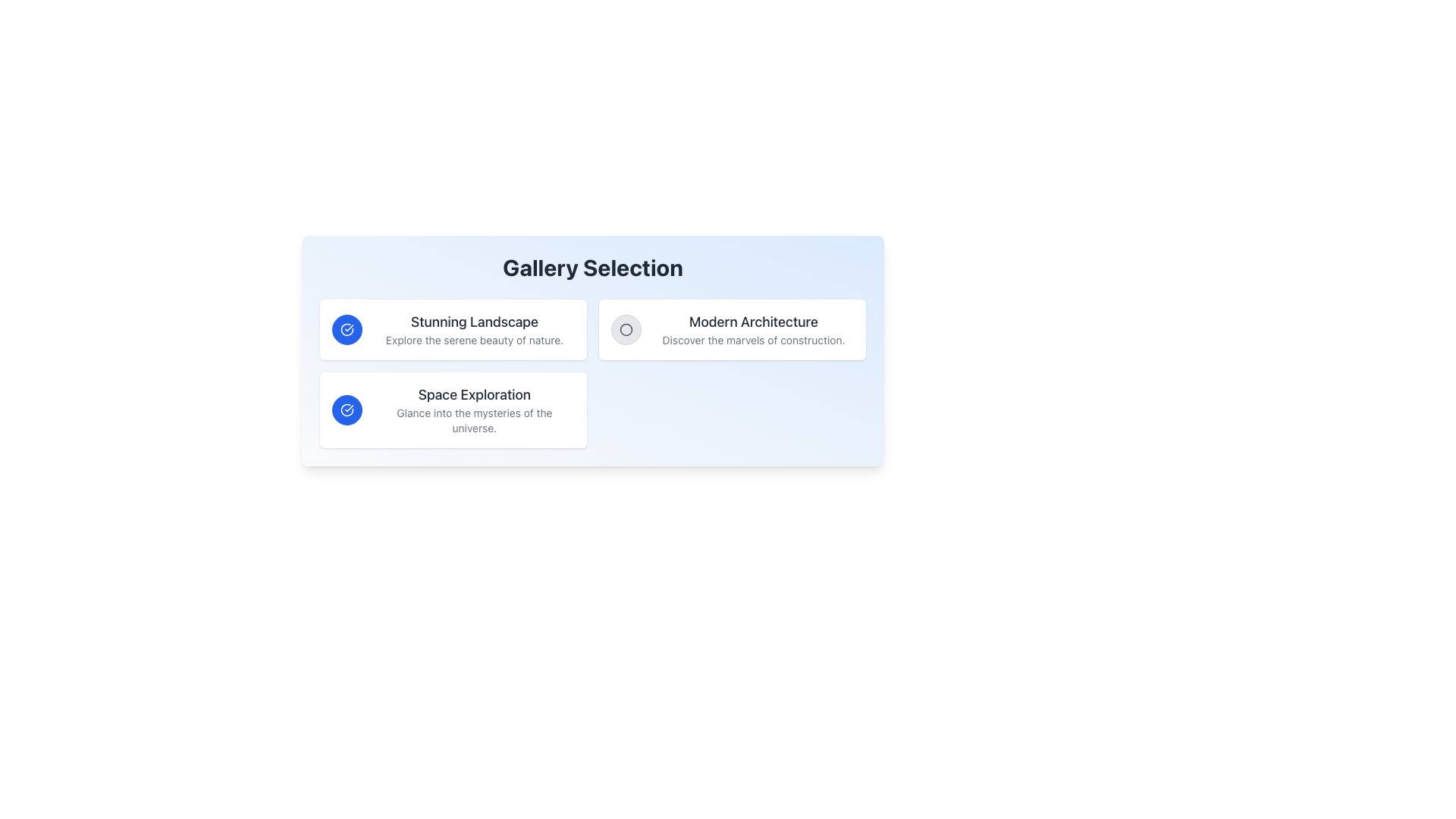 The image size is (1456, 819). Describe the element at coordinates (346, 409) in the screenshot. I see `the small circular graphical element representing a segment of a larger circle within the 'Stunning Landscape' gallery selection area` at that location.